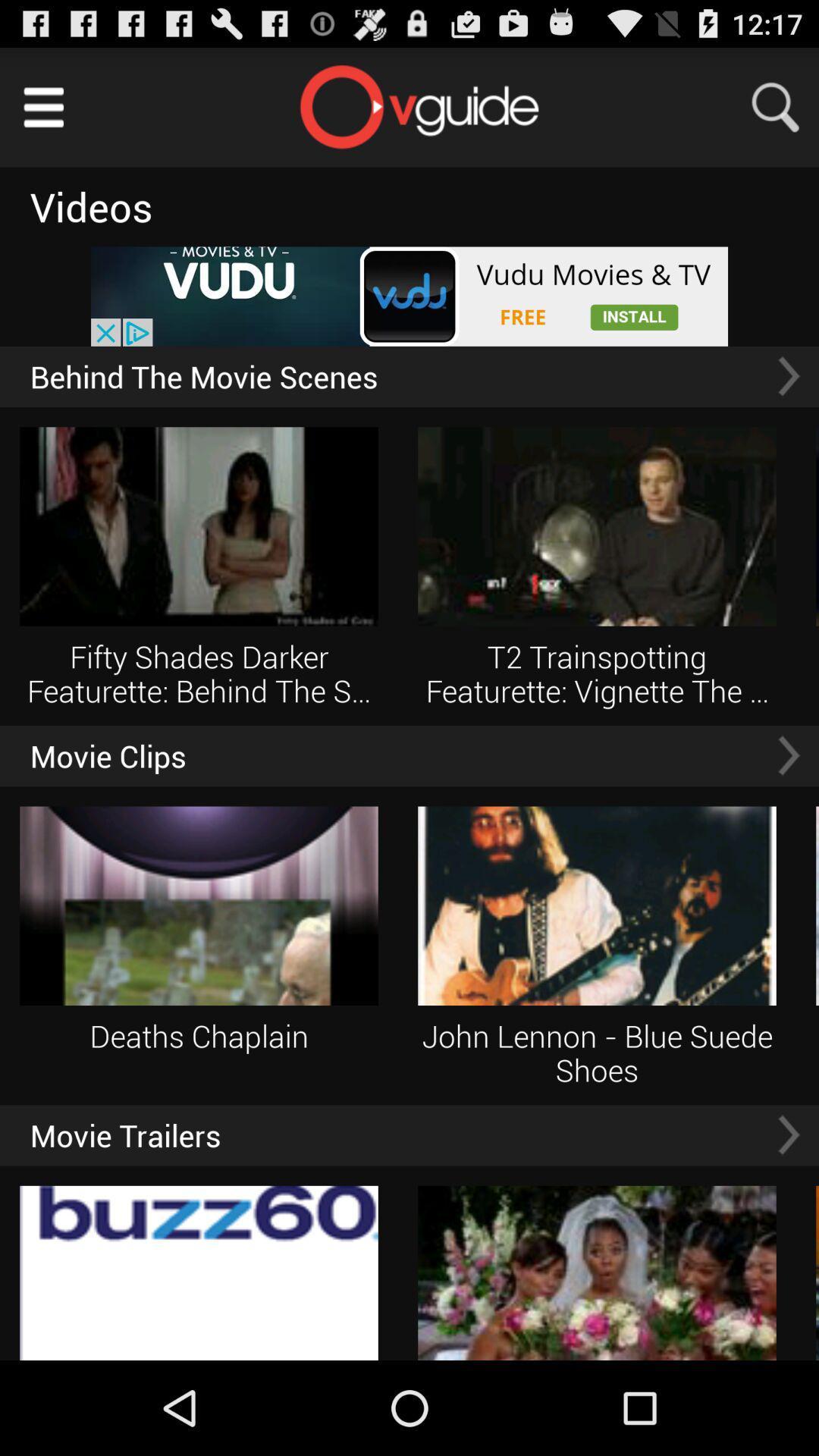 The height and width of the screenshot is (1456, 819). Describe the element at coordinates (785, 114) in the screenshot. I see `the search icon` at that location.